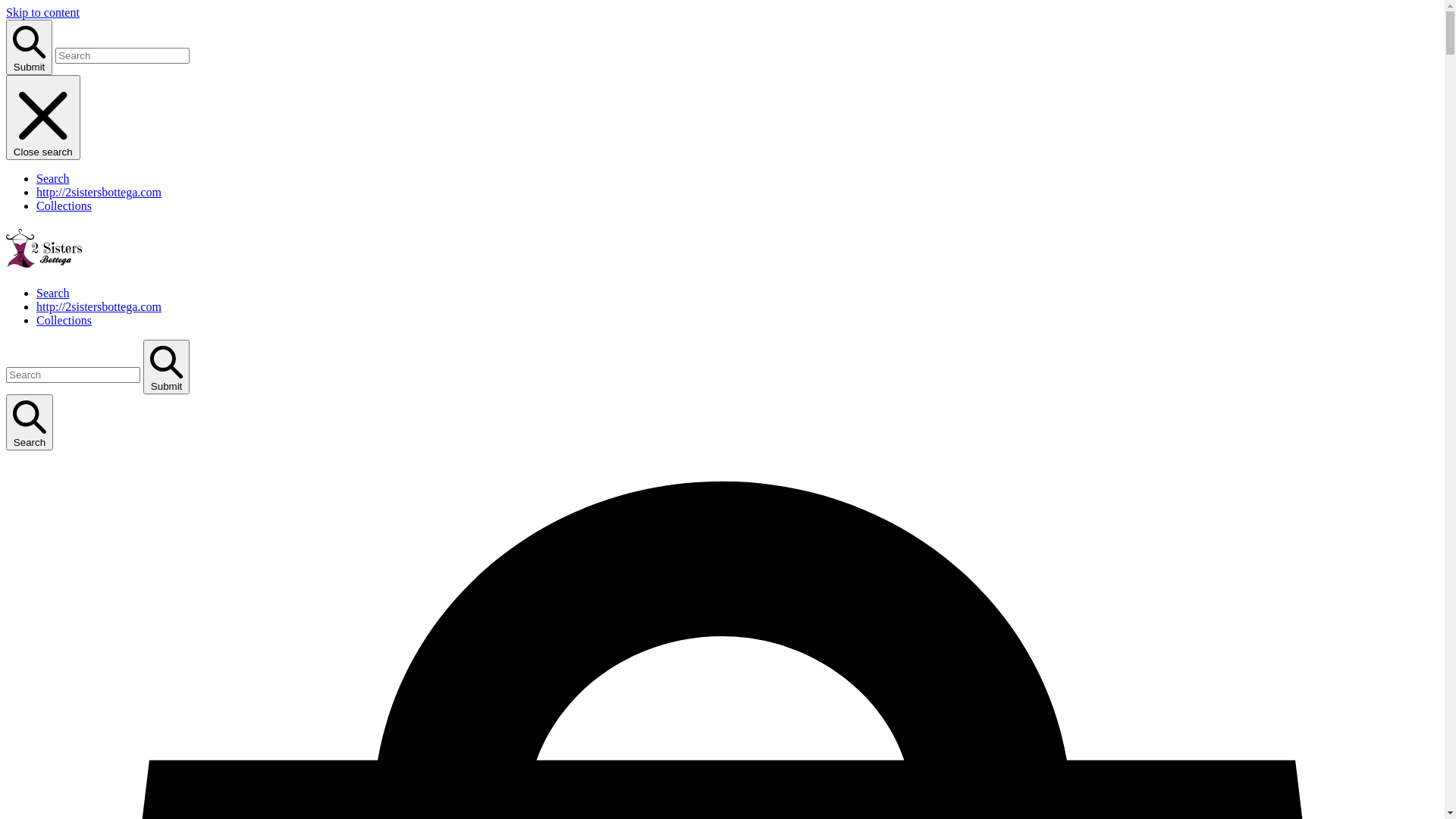 The width and height of the screenshot is (1456, 819). Describe the element at coordinates (43, 116) in the screenshot. I see `'Close search'` at that location.